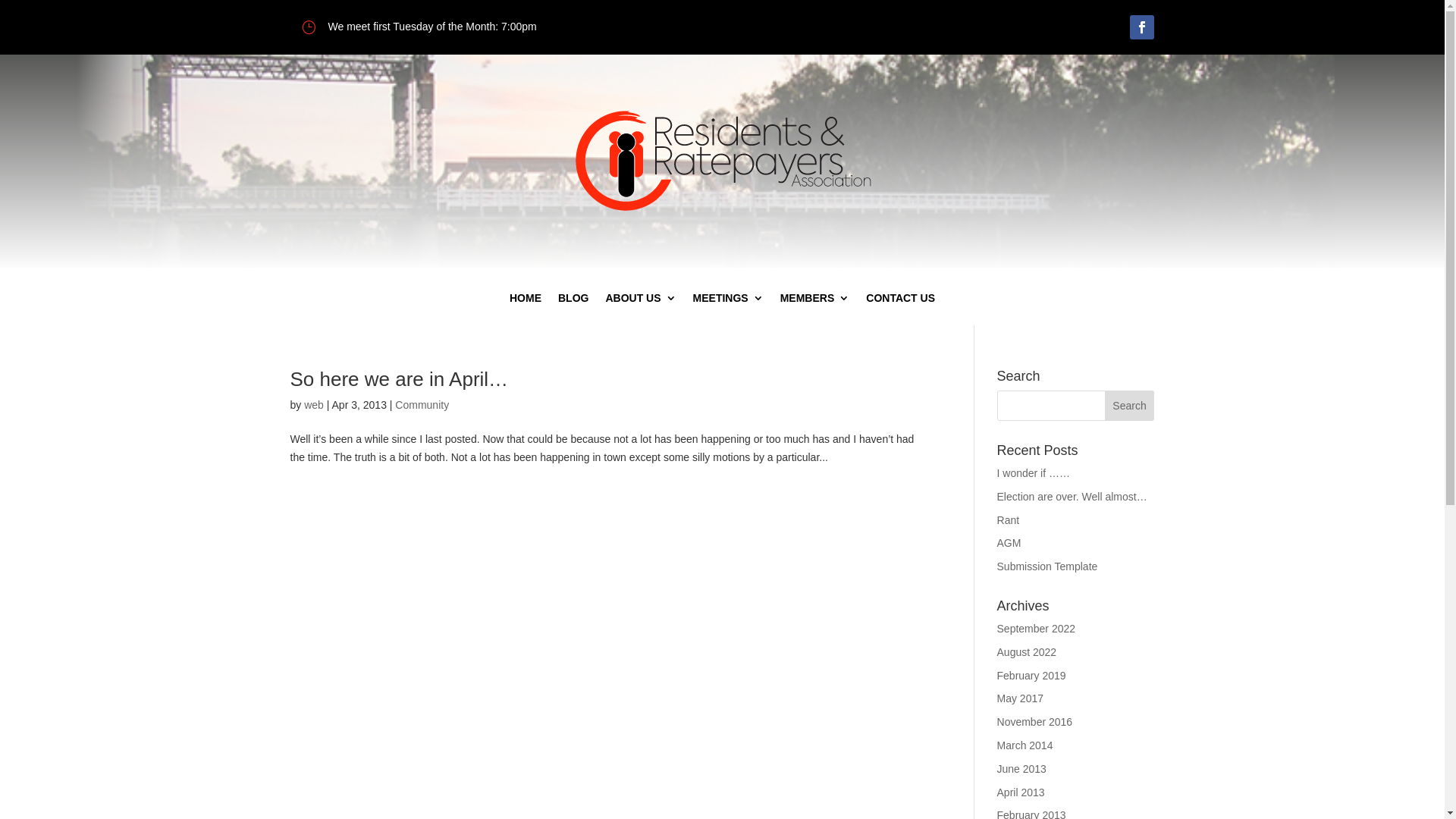 Image resolution: width=1456 pixels, height=819 pixels. What do you see at coordinates (1025, 745) in the screenshot?
I see `'March 2014'` at bounding box center [1025, 745].